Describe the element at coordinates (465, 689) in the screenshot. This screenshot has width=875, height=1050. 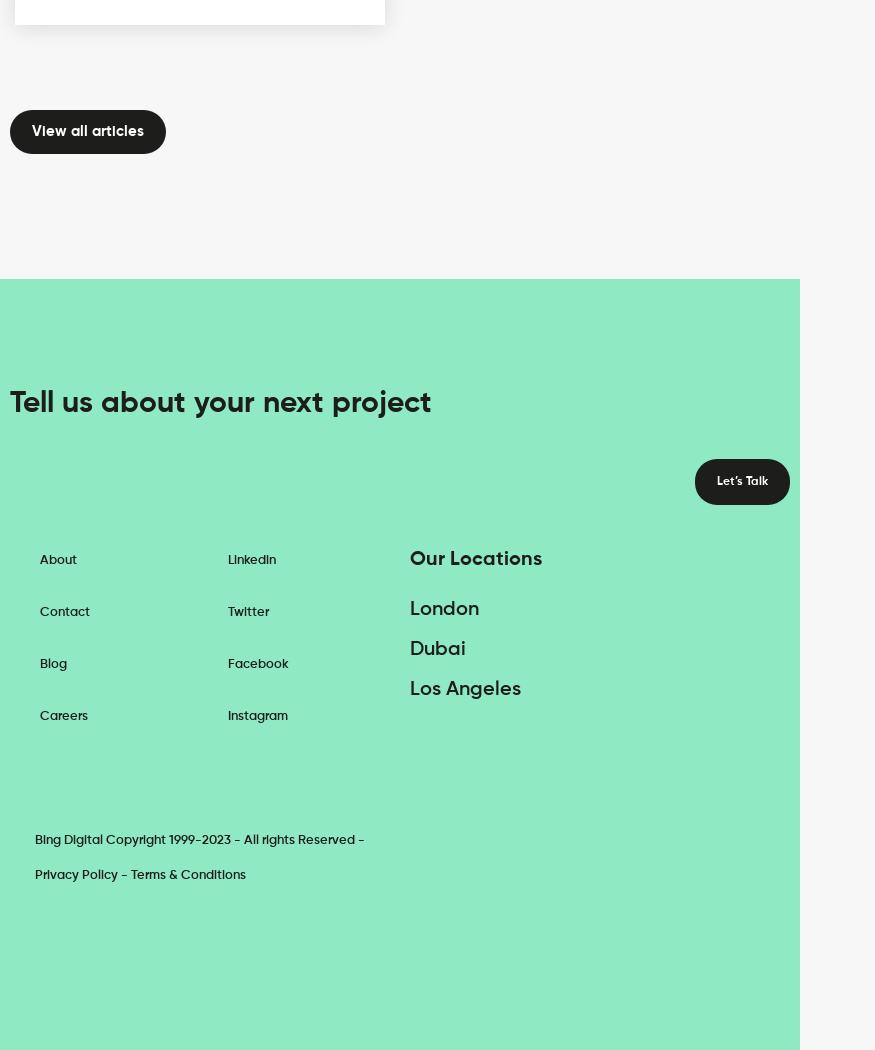
I see `'Los Angeles'` at that location.